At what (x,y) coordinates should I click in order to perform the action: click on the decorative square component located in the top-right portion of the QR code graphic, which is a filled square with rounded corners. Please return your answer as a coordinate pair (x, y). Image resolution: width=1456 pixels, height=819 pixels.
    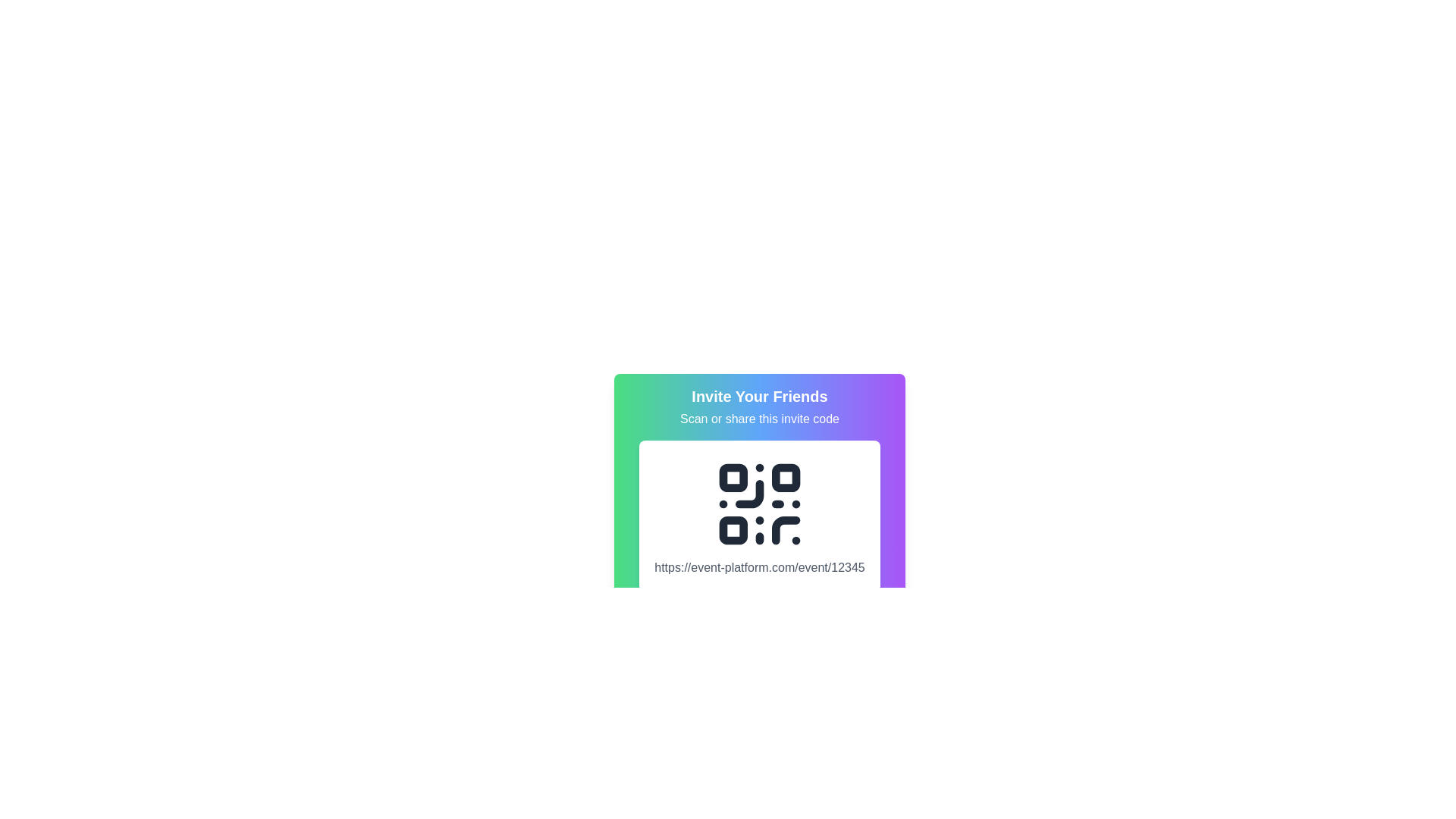
    Looking at the image, I should click on (786, 478).